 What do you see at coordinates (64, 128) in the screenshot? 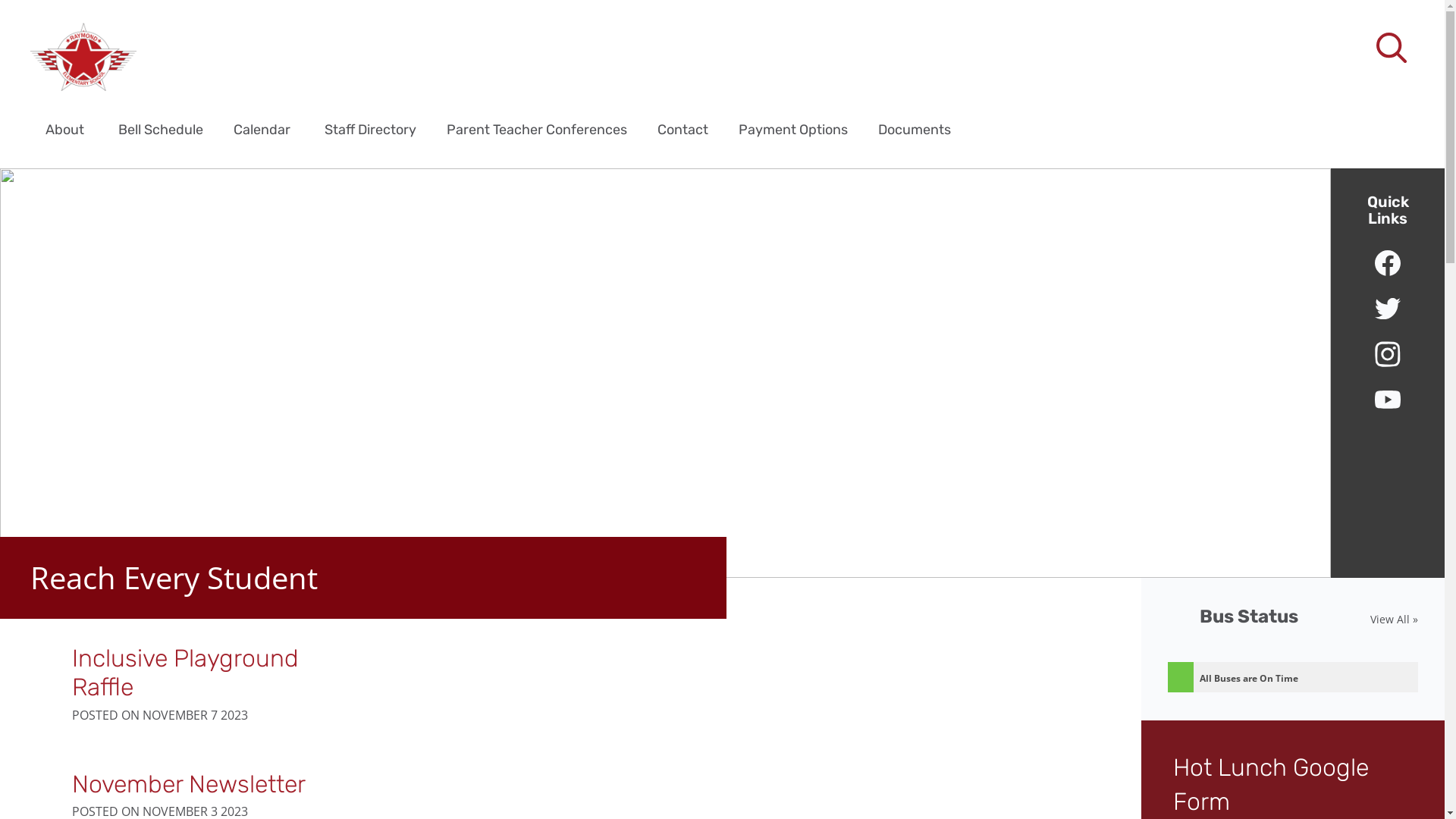
I see `'About'` at bounding box center [64, 128].